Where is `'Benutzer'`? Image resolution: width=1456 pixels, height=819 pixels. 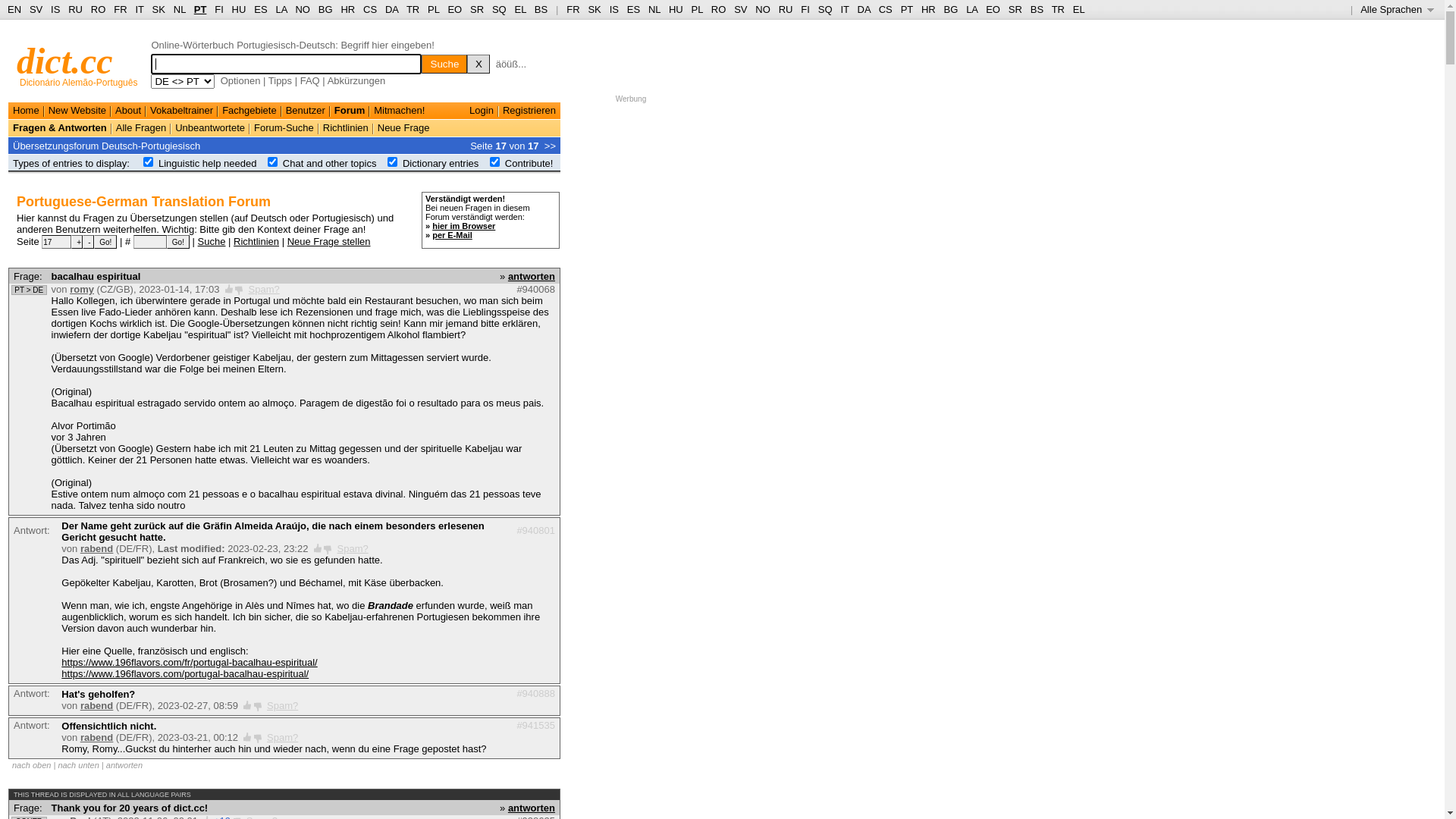 'Benutzer' is located at coordinates (305, 109).